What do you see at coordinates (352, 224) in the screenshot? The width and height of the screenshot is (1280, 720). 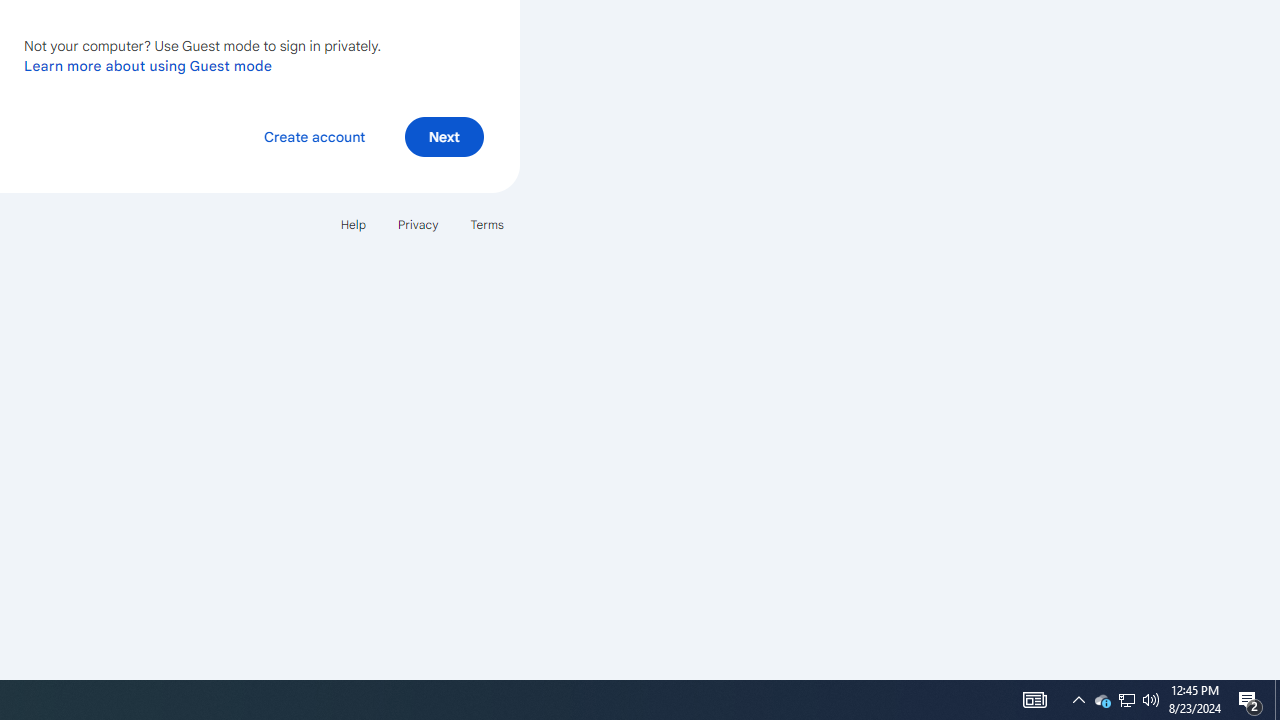 I see `'Help'` at bounding box center [352, 224].